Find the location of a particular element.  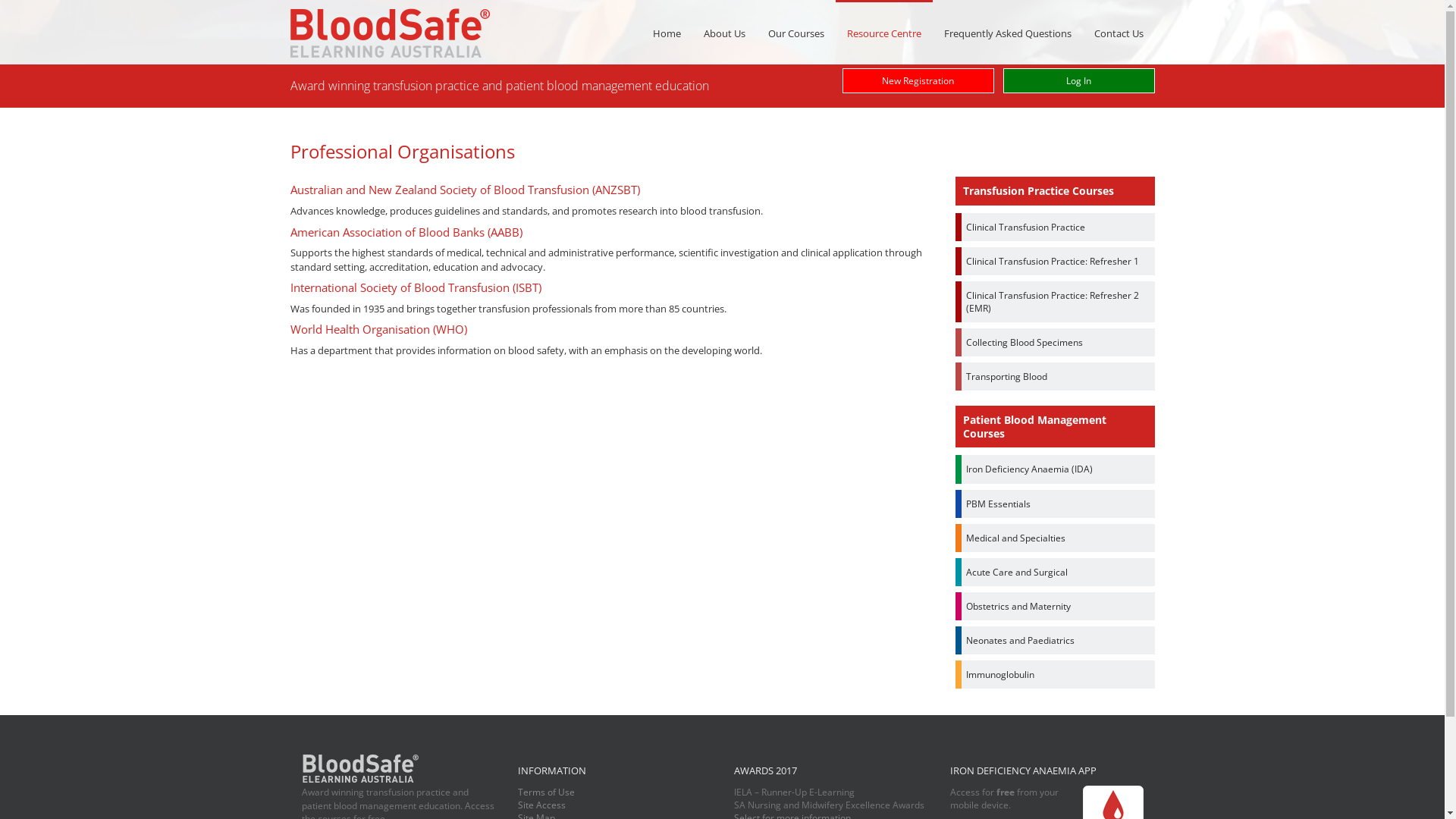

'New Registration' is located at coordinates (916, 80).